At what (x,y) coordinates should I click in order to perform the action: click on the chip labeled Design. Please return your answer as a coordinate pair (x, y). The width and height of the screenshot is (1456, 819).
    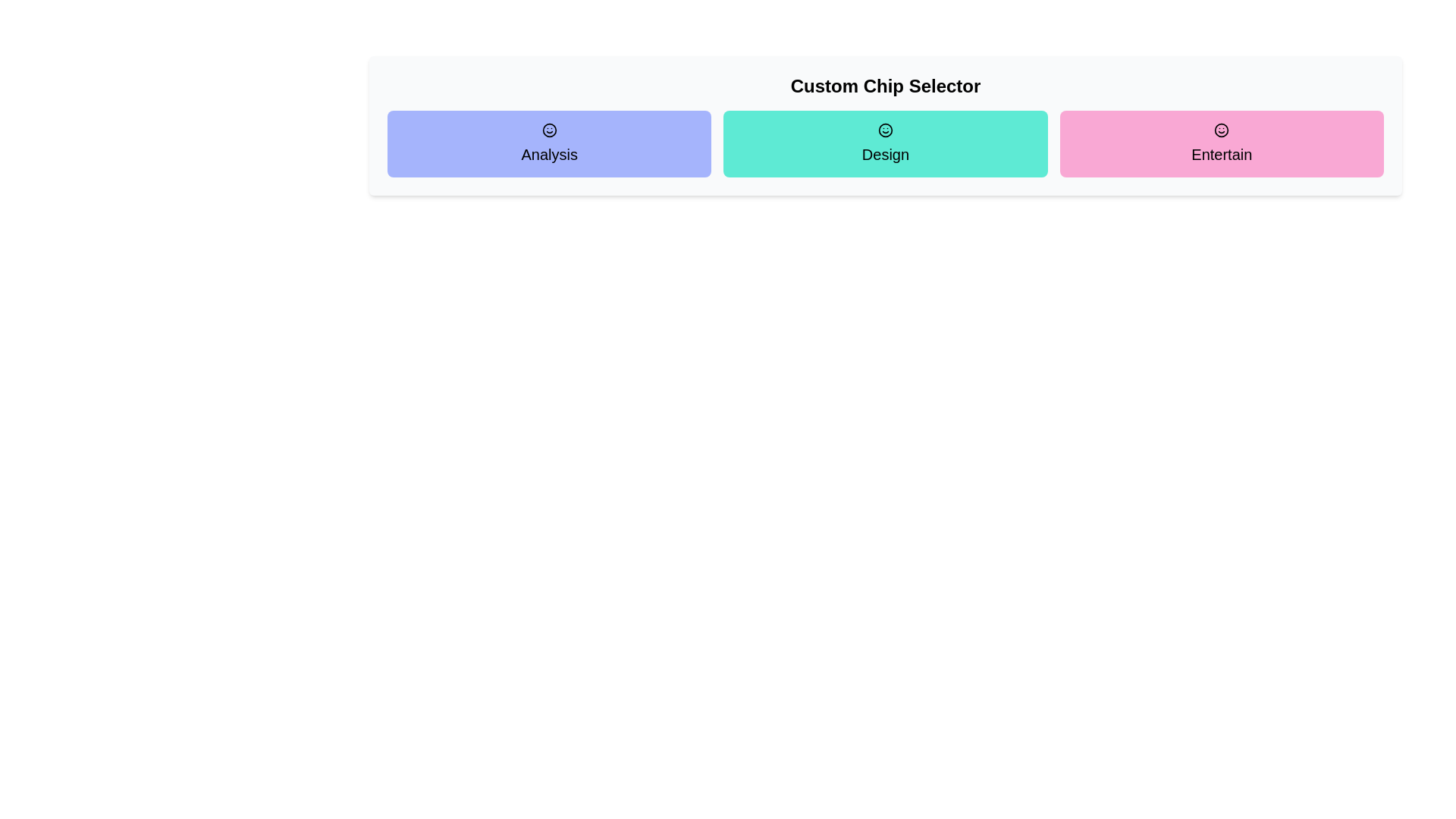
    Looking at the image, I should click on (885, 143).